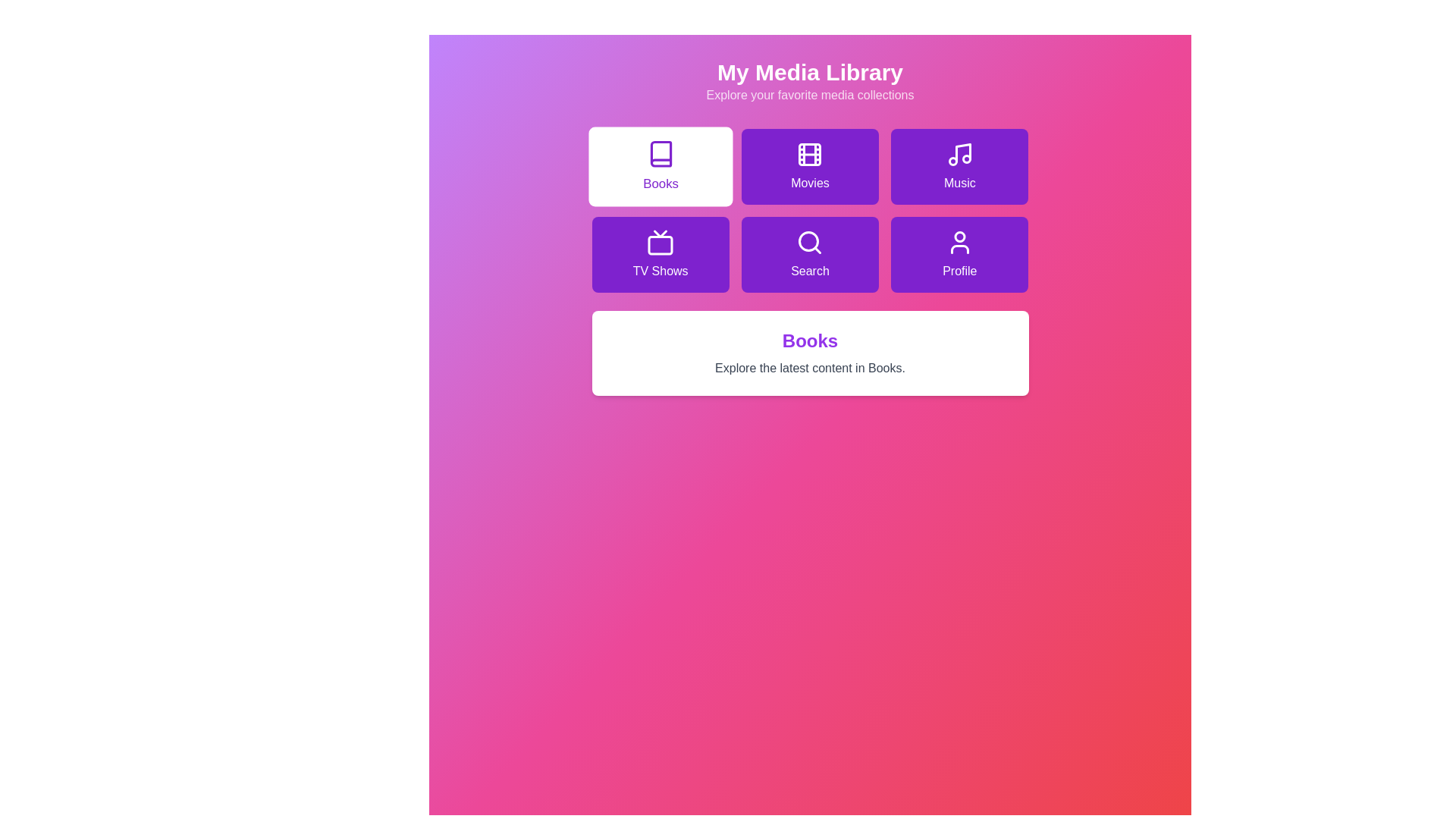 This screenshot has height=819, width=1456. I want to click on the graphic shape at the top-center of the TV shows icon, which features an antenna-style design, so click(661, 234).